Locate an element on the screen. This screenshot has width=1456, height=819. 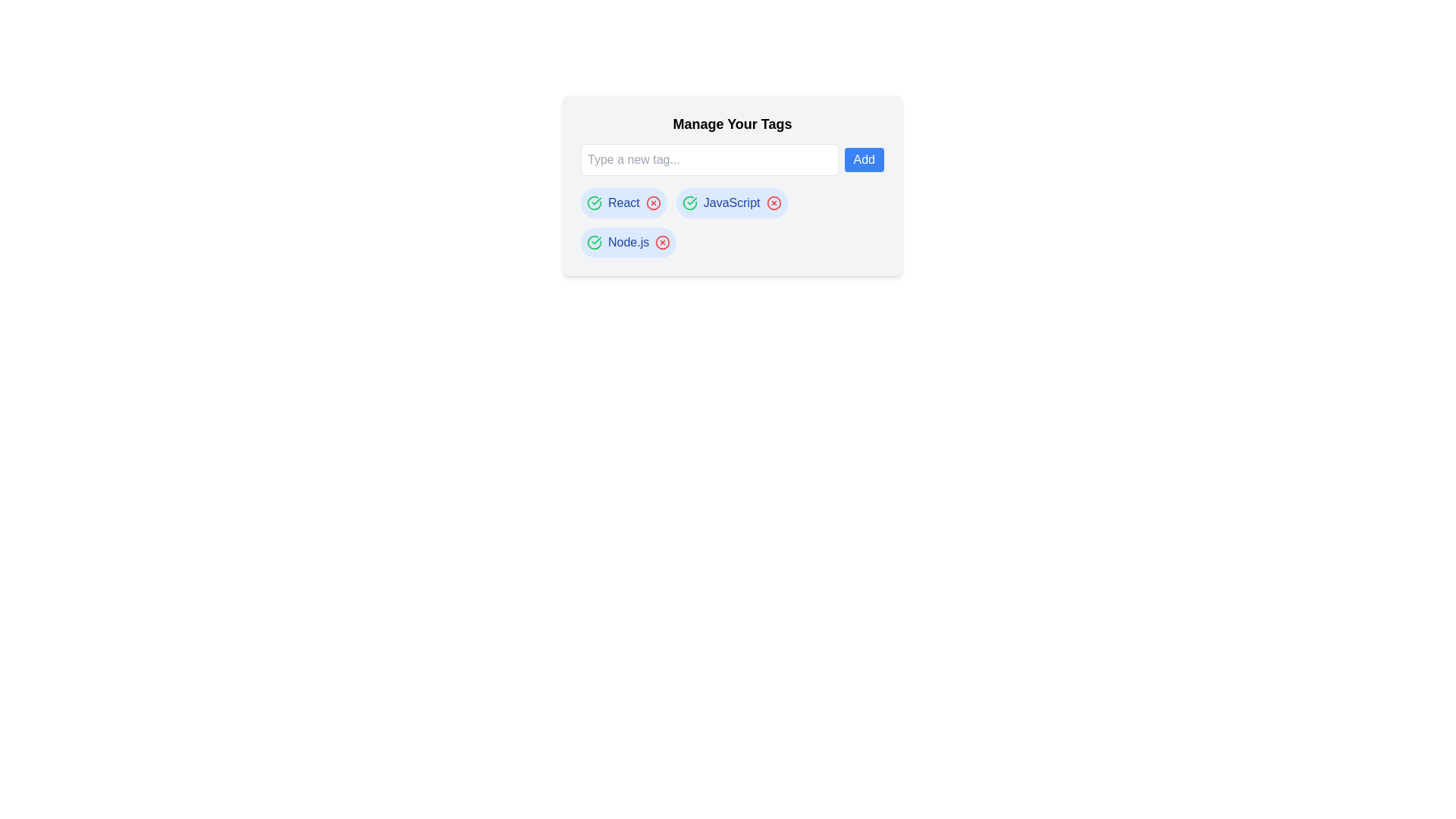
the input field to focus on it is located at coordinates (708, 160).